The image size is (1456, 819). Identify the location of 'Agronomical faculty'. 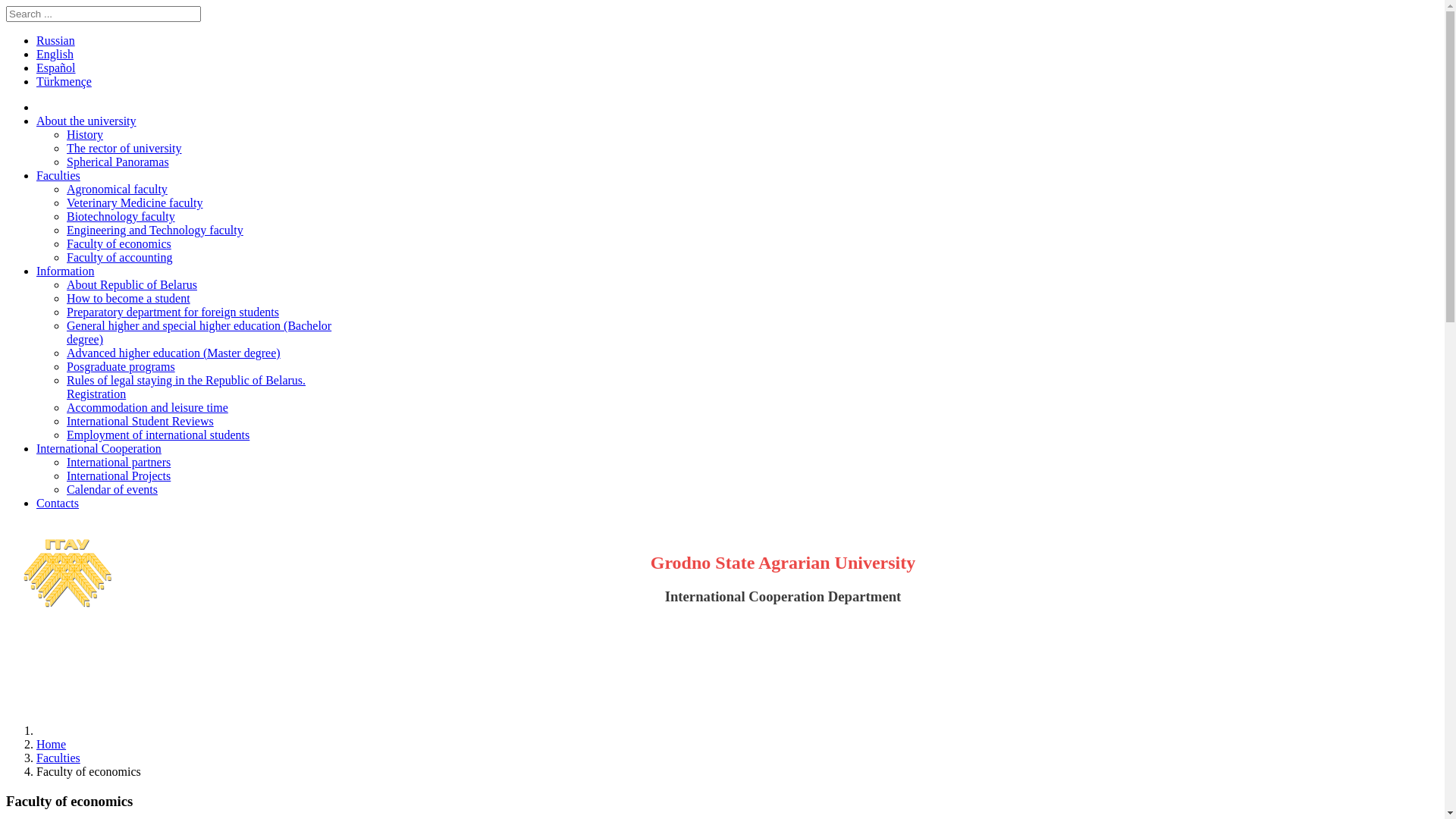
(116, 188).